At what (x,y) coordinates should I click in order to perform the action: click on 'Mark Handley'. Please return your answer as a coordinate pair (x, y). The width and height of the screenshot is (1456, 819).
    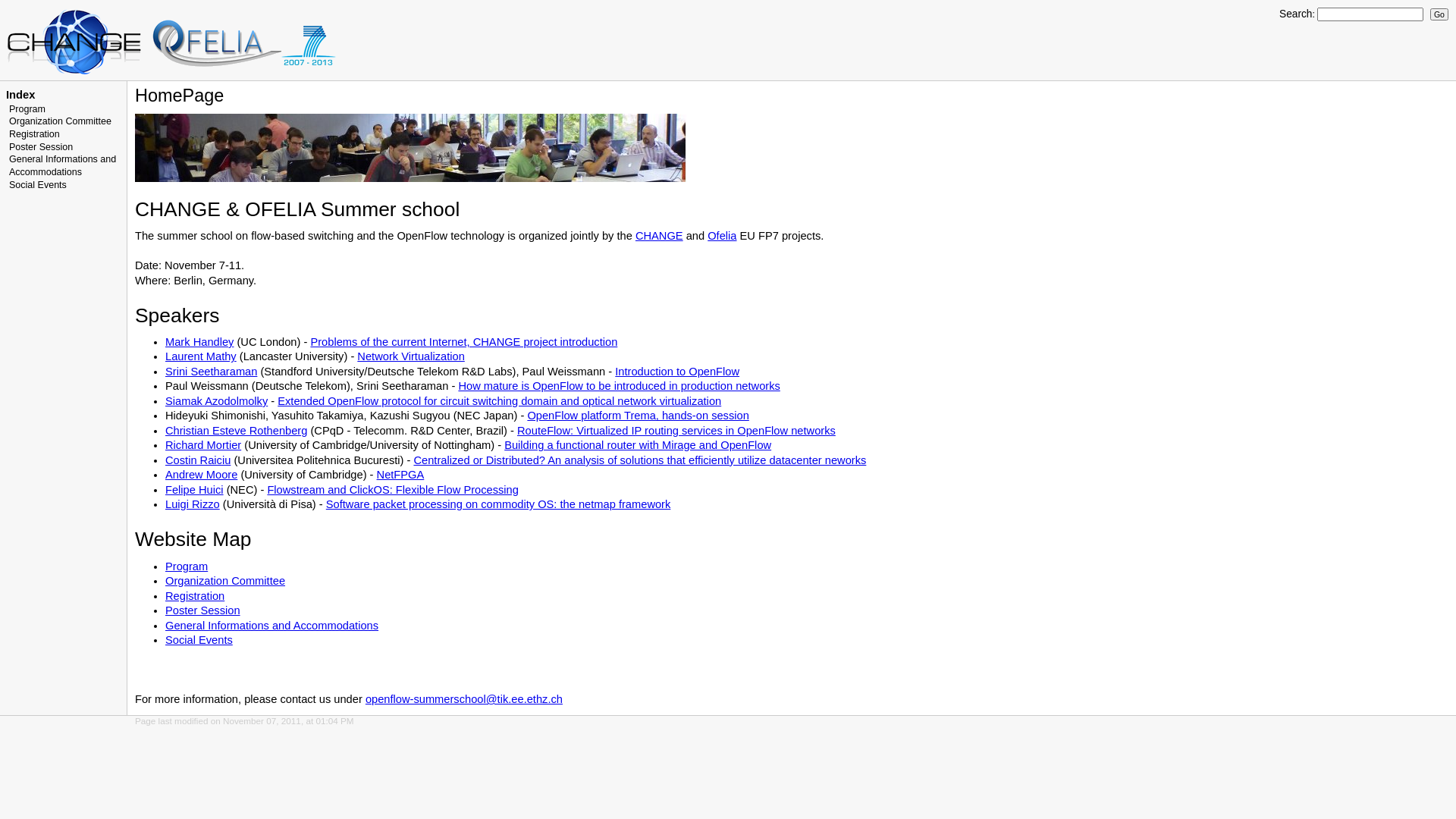
    Looking at the image, I should click on (199, 342).